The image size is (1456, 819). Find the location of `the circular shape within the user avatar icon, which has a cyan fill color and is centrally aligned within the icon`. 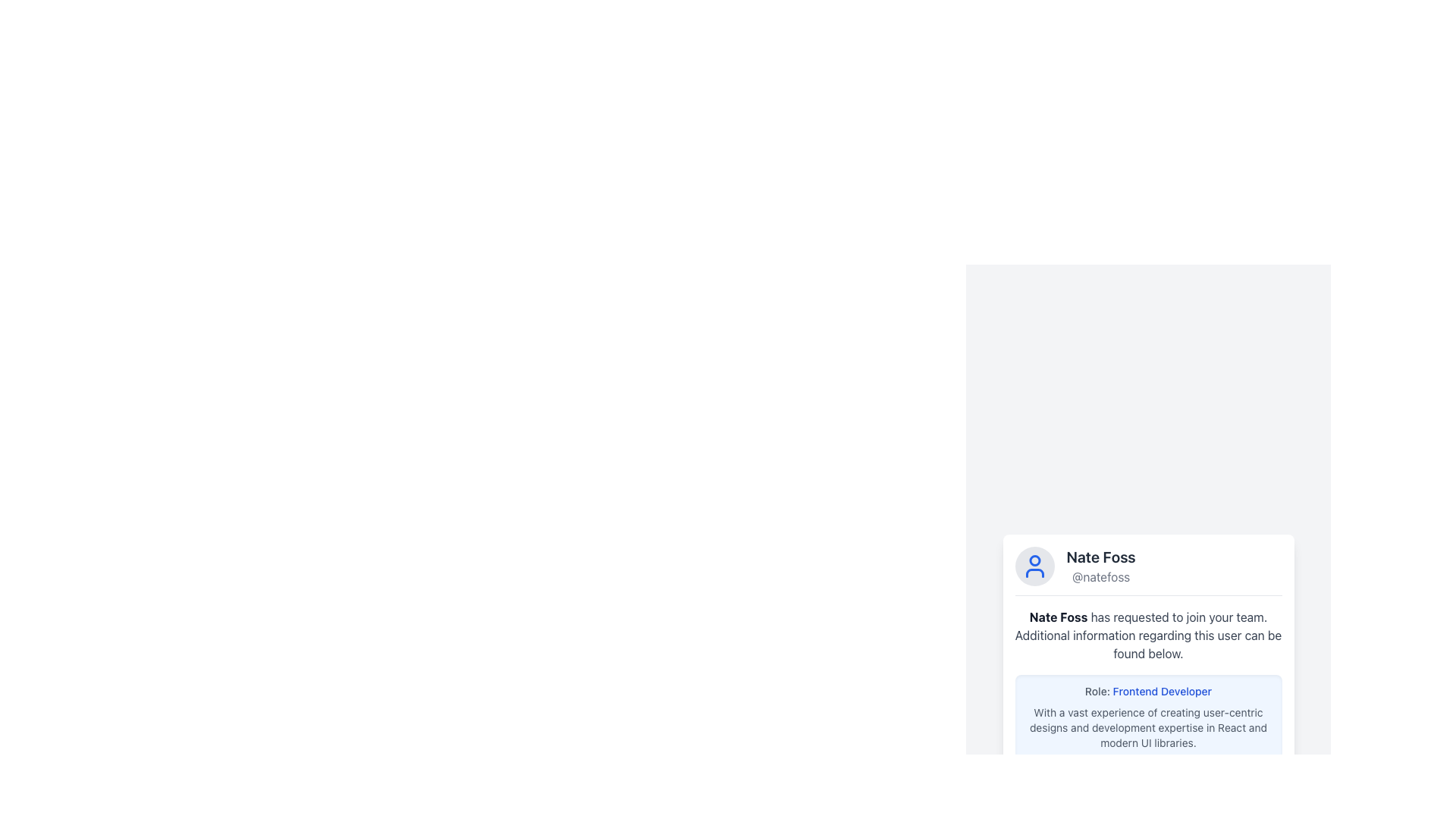

the circular shape within the user avatar icon, which has a cyan fill color and is centrally aligned within the icon is located at coordinates (1034, 560).